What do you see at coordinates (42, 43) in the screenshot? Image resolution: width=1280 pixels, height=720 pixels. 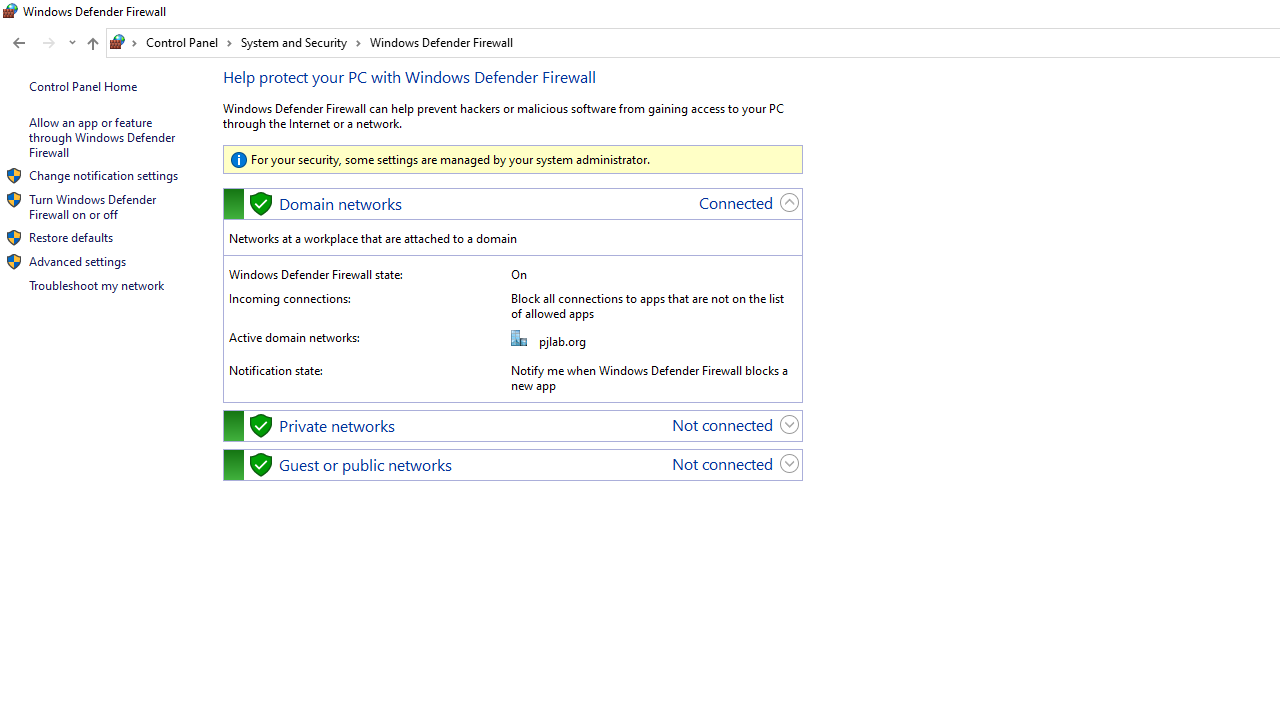 I see `'Navigation buttons'` at bounding box center [42, 43].